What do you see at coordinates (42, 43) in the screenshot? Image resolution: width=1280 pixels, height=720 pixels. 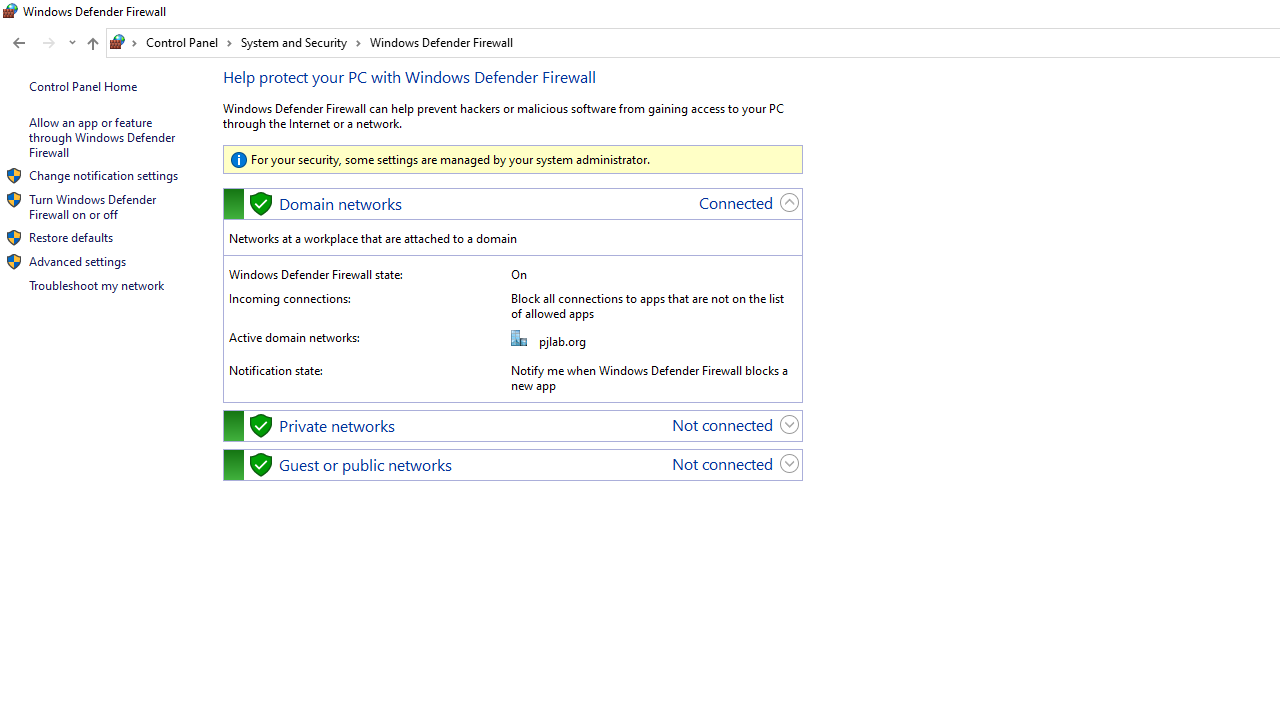 I see `'Navigation buttons'` at bounding box center [42, 43].